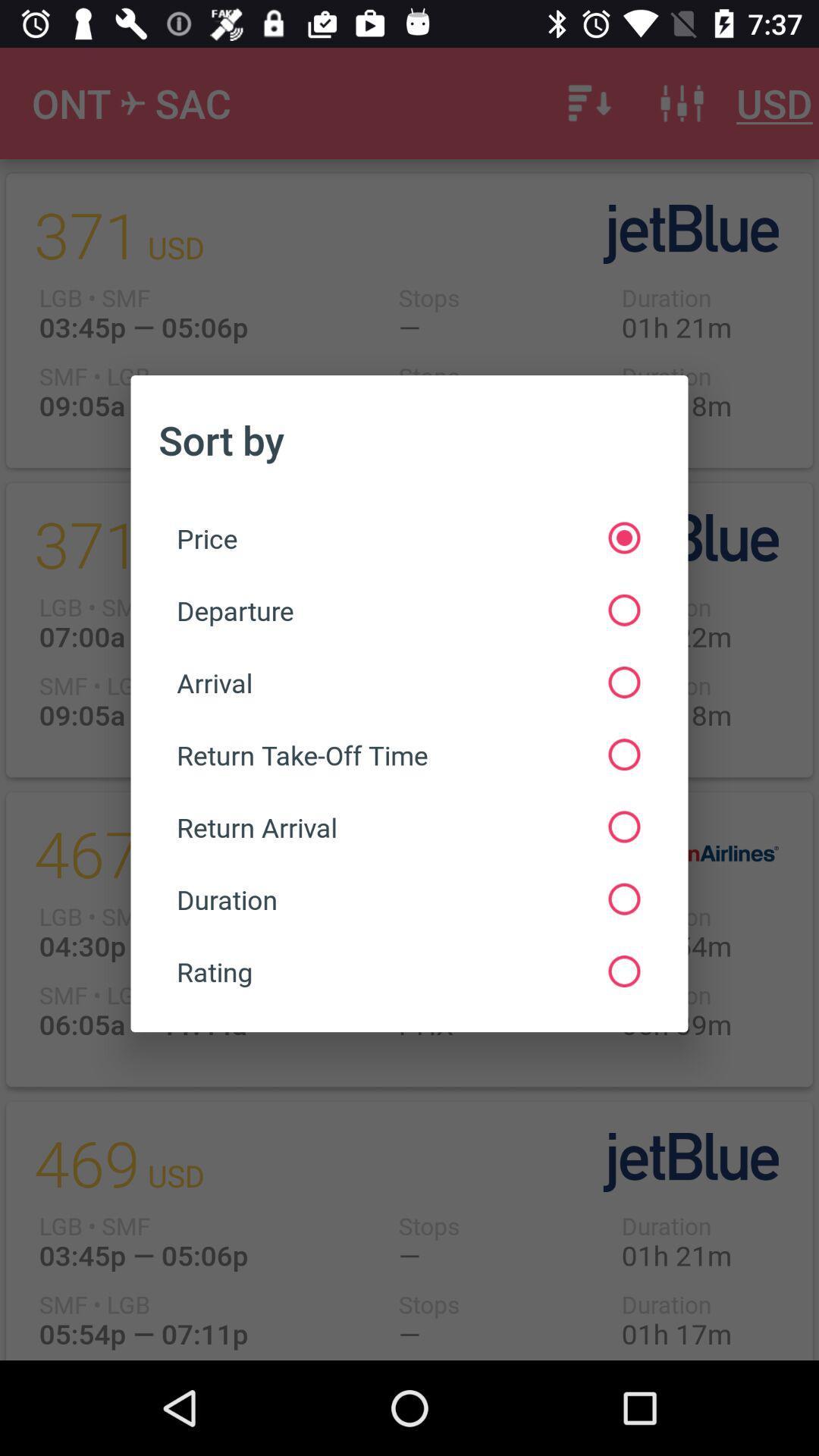 The width and height of the screenshot is (819, 1456). I want to click on icon below duration icon, so click(407, 971).